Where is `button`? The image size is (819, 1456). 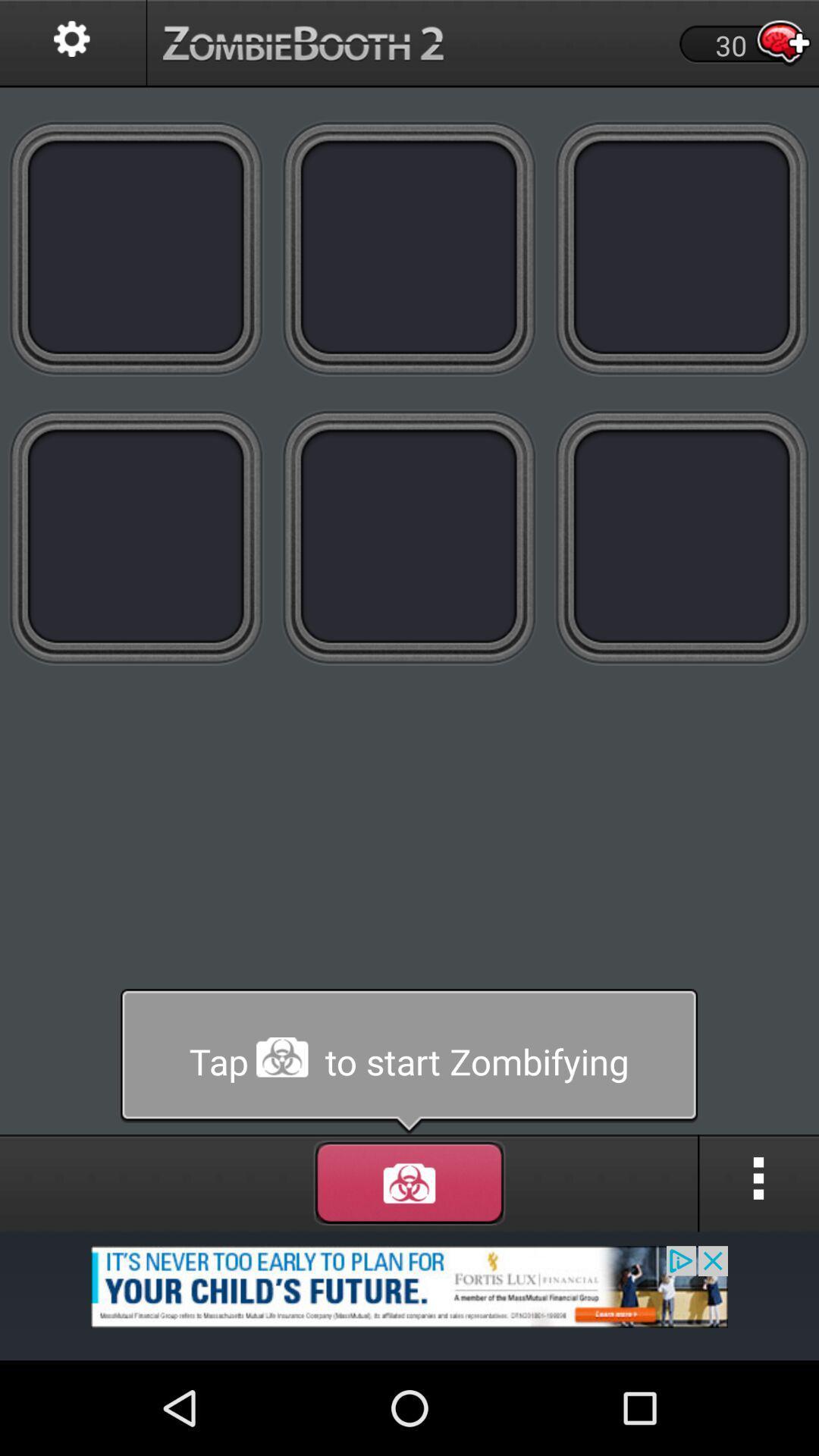 button is located at coordinates (136, 537).